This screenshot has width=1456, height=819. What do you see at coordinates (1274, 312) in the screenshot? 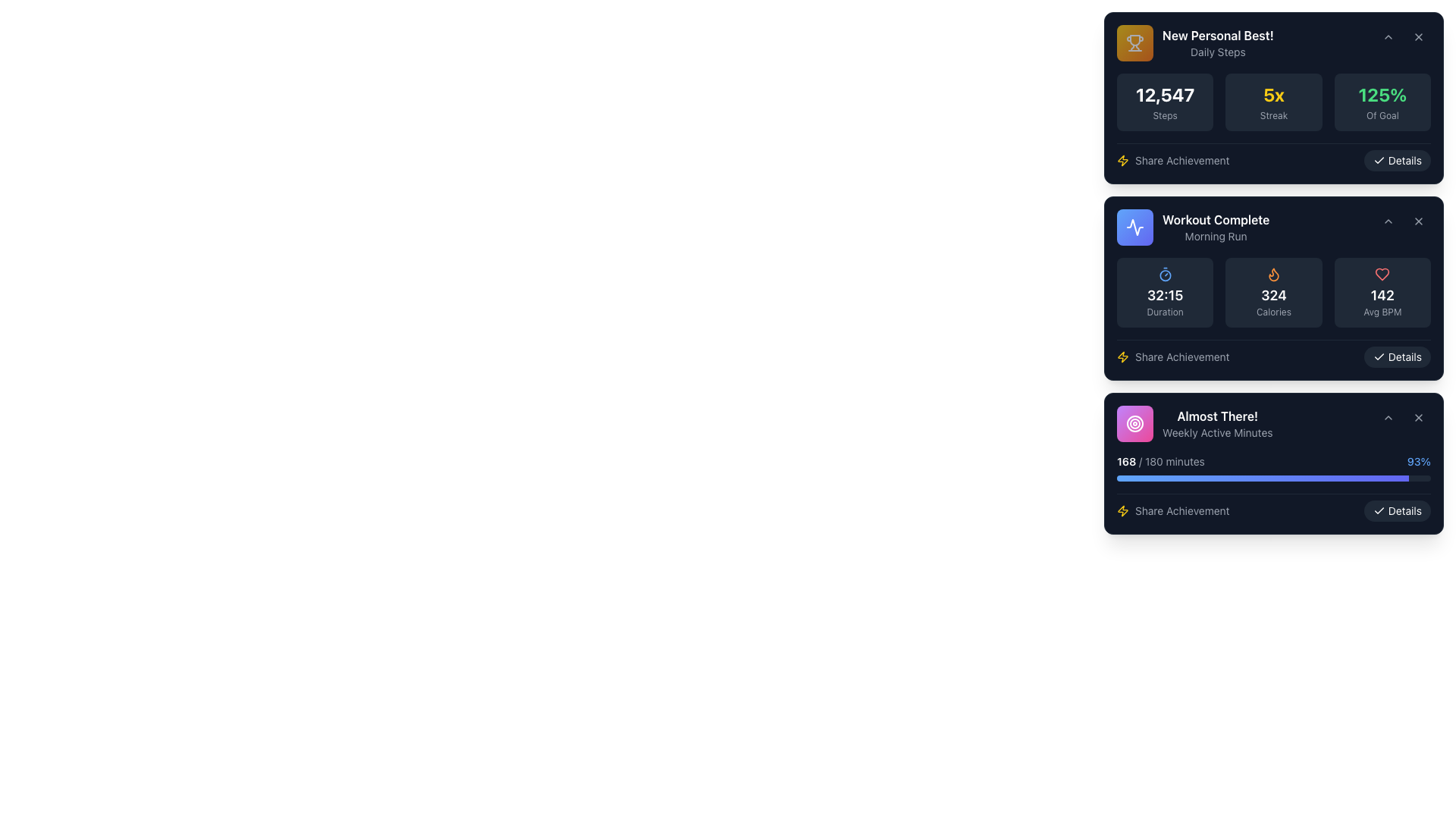
I see `label displaying 'Calories' which is styled in a small gray font and located directly below the number '324' on the information card` at bounding box center [1274, 312].